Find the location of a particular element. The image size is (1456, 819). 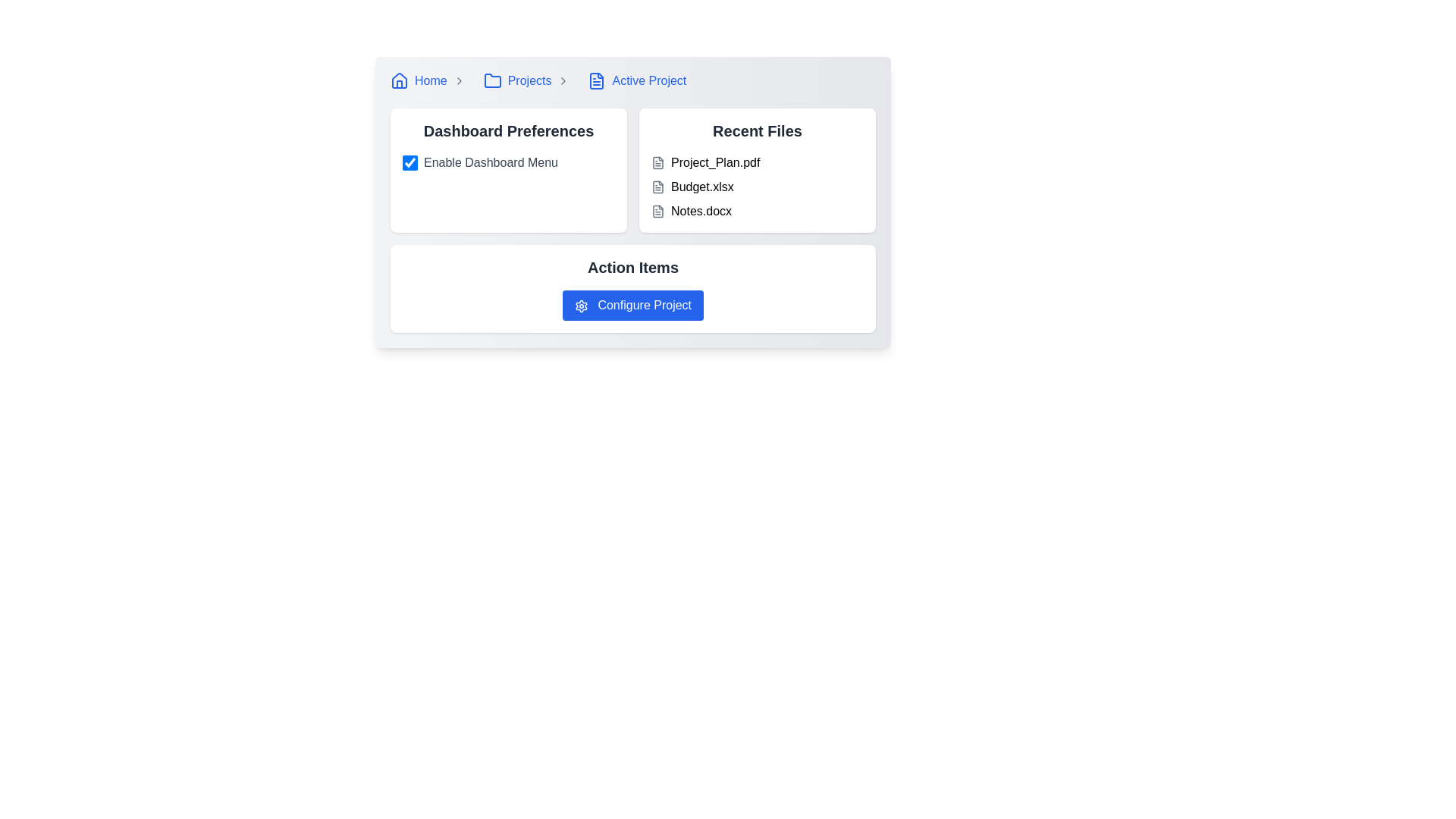

the 'Action Items' text label, which is styled in bold and larger size, located within a light-colored card layout and positioned above the 'Configure Project' button is located at coordinates (633, 267).